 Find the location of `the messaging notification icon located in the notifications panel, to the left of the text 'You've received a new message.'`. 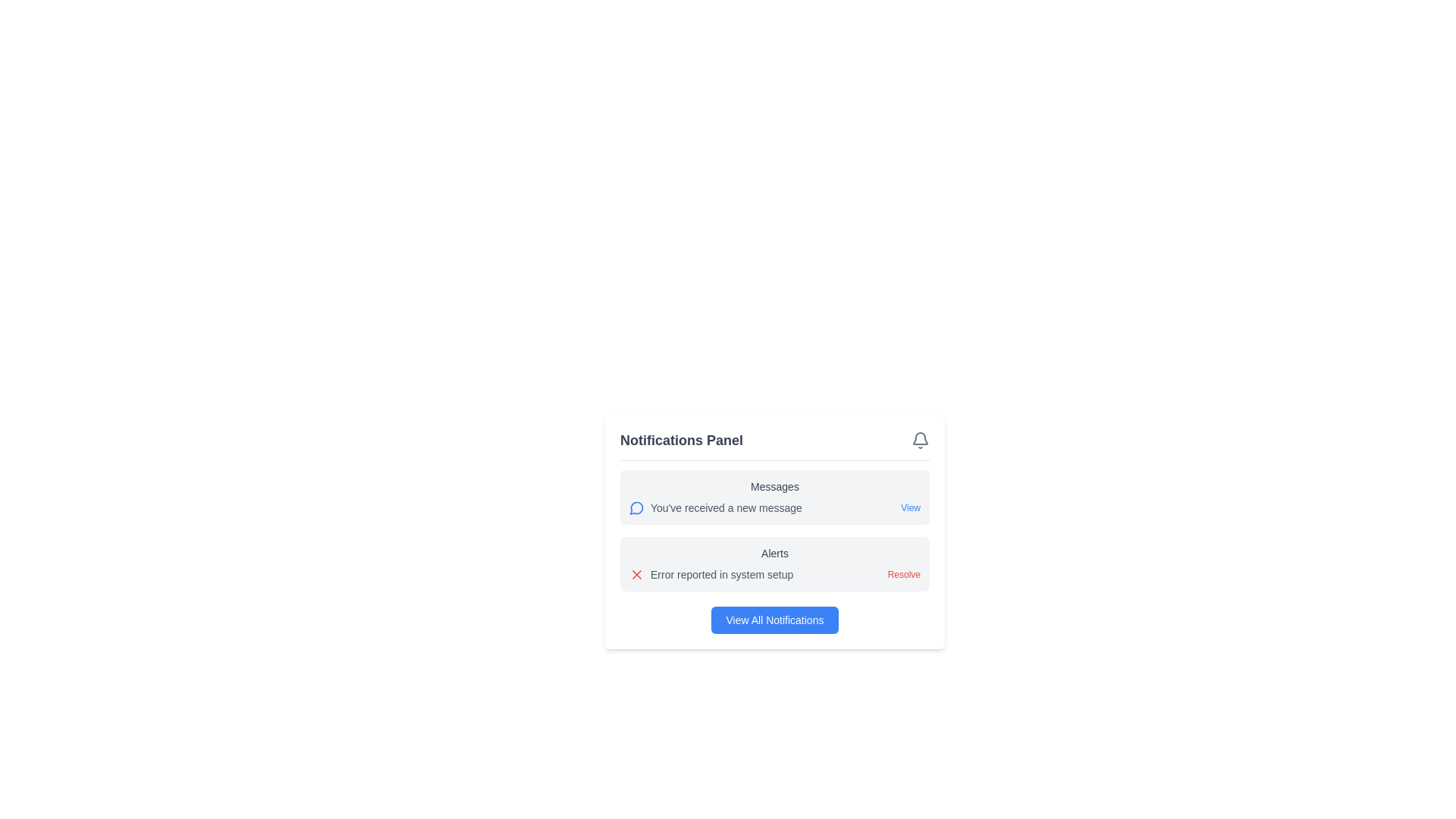

the messaging notification icon located in the notifications panel, to the left of the text 'You've received a new message.' is located at coordinates (637, 508).